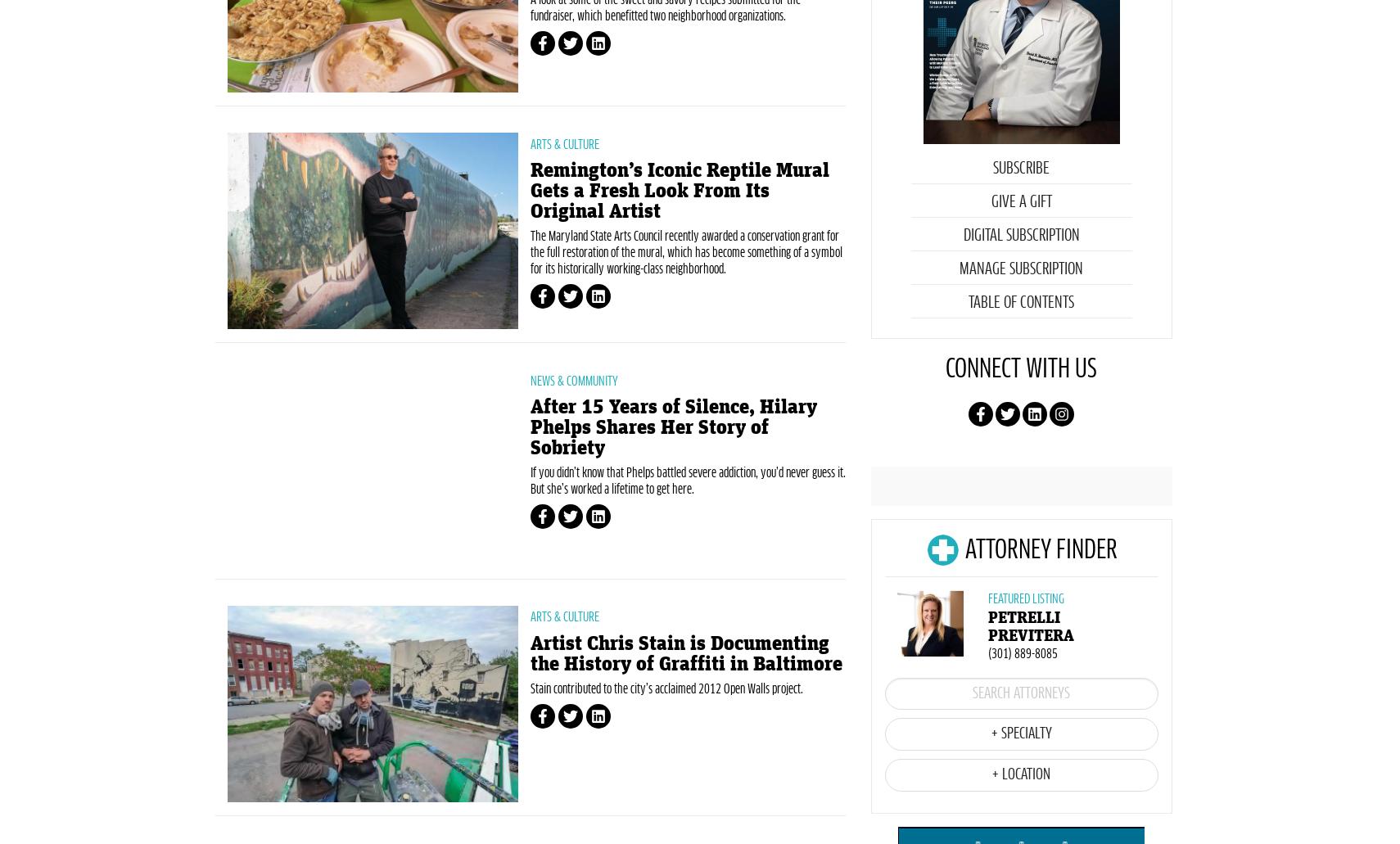 The height and width of the screenshot is (844, 1400). What do you see at coordinates (687, 567) in the screenshot?
I see `'If you didn’t know that Phelps battled severe addiction, you’d never guess it. But she’s worked a lifetime to get here.'` at bounding box center [687, 567].